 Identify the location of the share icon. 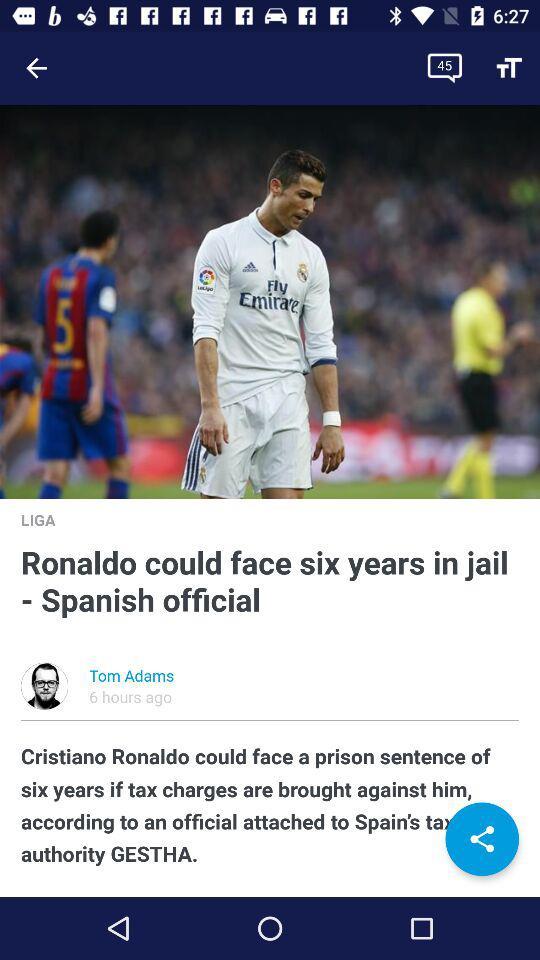
(481, 839).